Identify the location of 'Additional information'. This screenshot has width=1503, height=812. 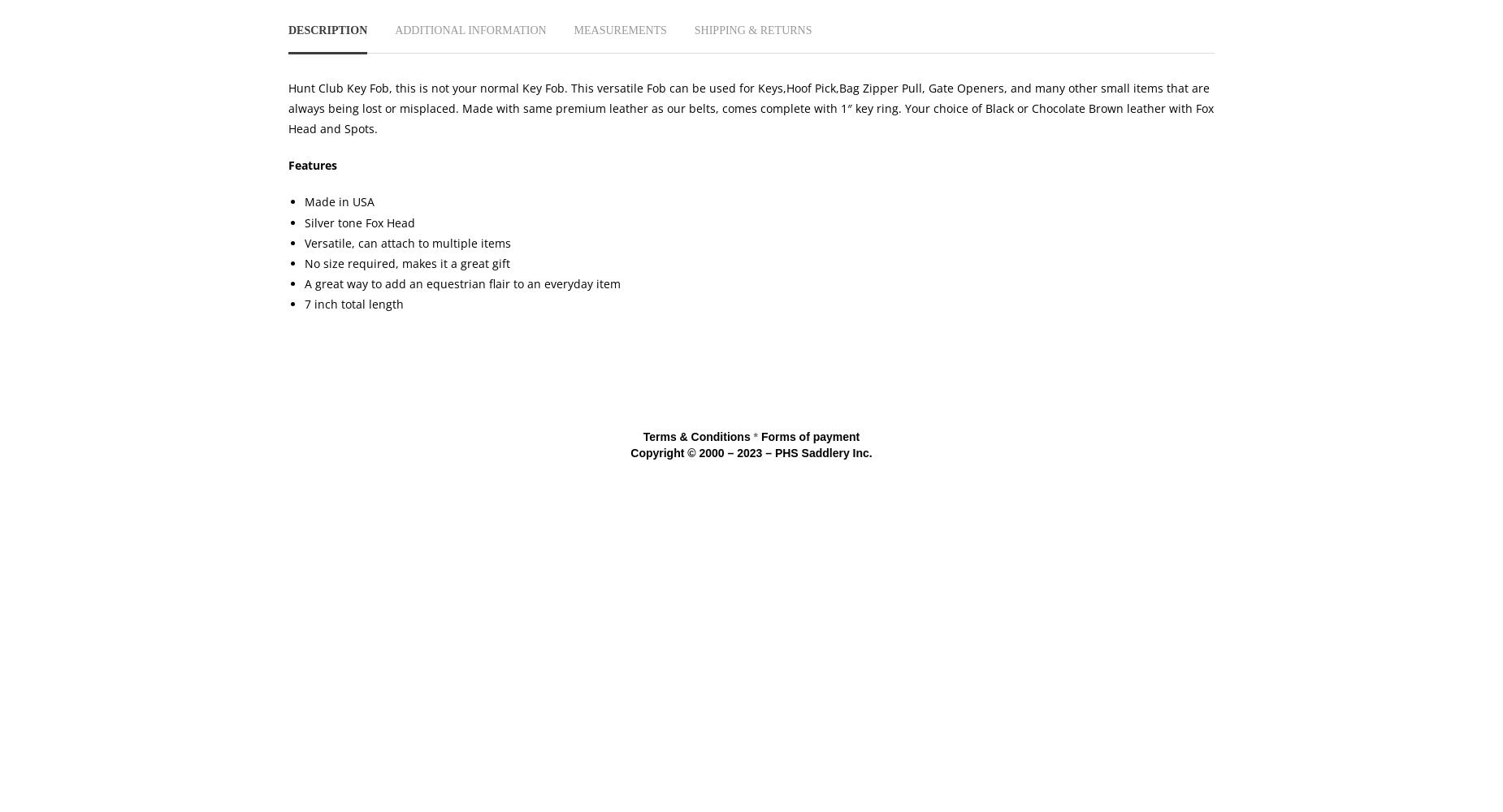
(470, 29).